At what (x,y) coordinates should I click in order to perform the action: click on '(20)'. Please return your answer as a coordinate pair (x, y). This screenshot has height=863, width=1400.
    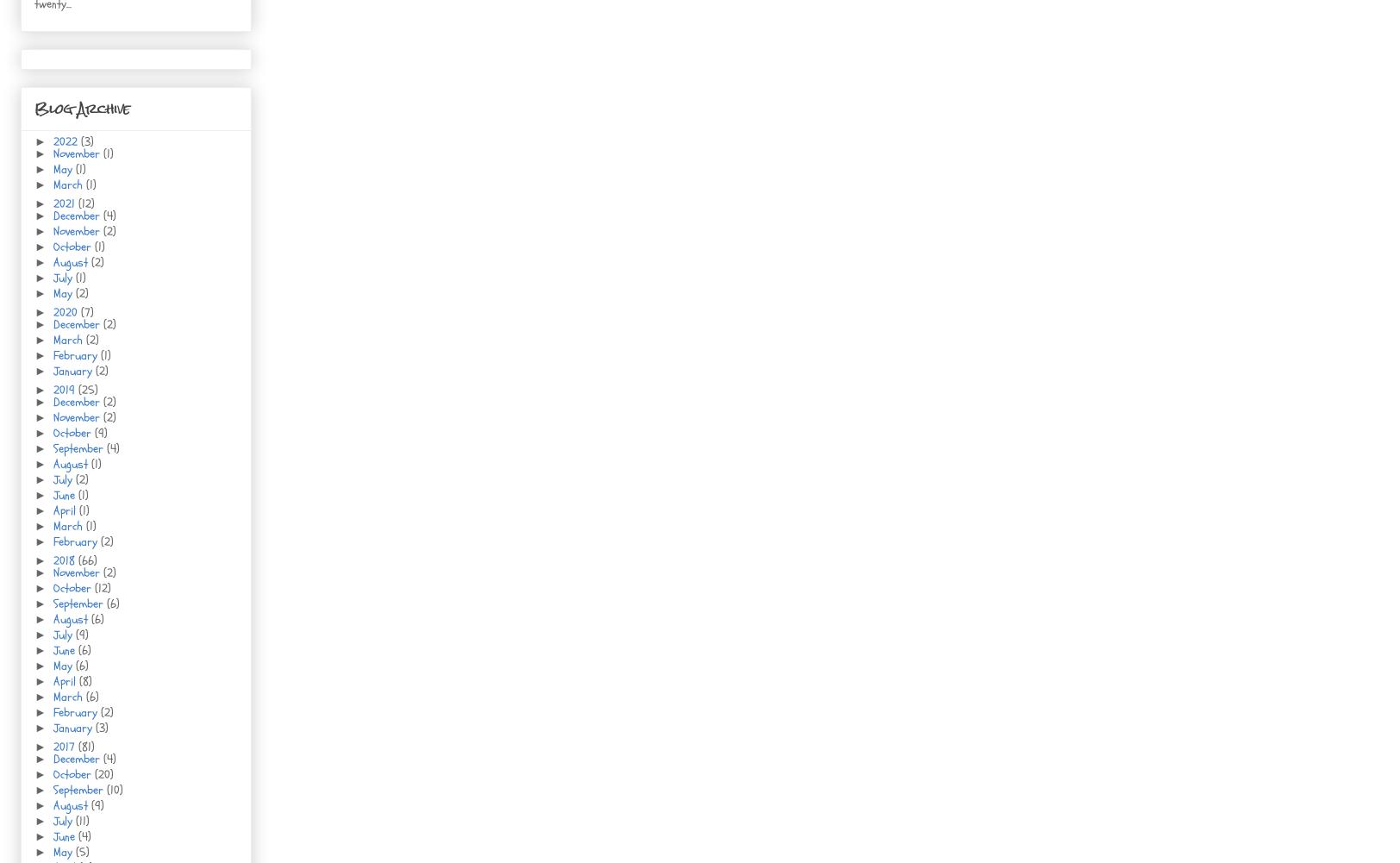
    Looking at the image, I should click on (103, 774).